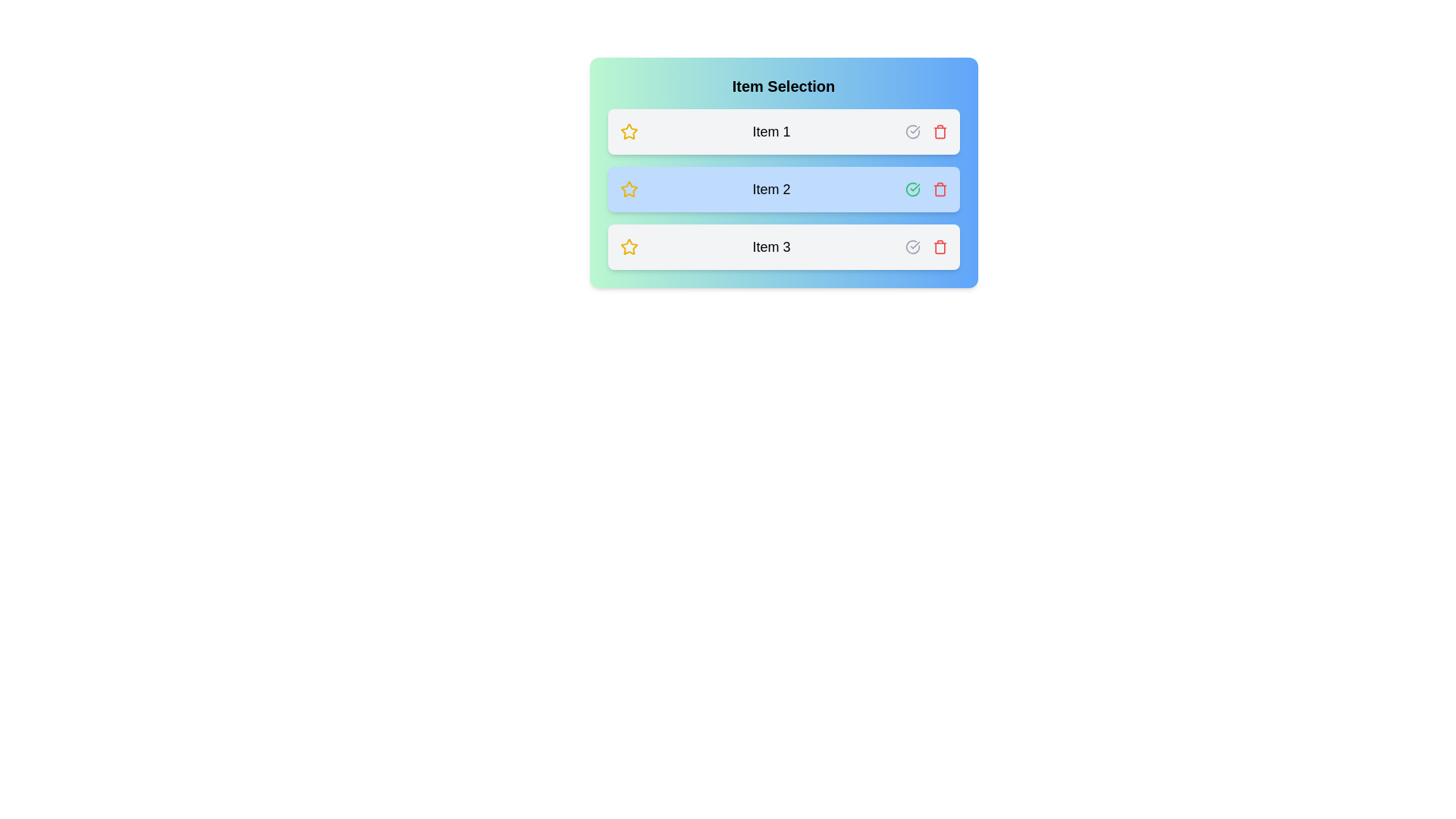  I want to click on the trash icon corresponding to the item Item 1 to remove it from the list, so click(939, 130).